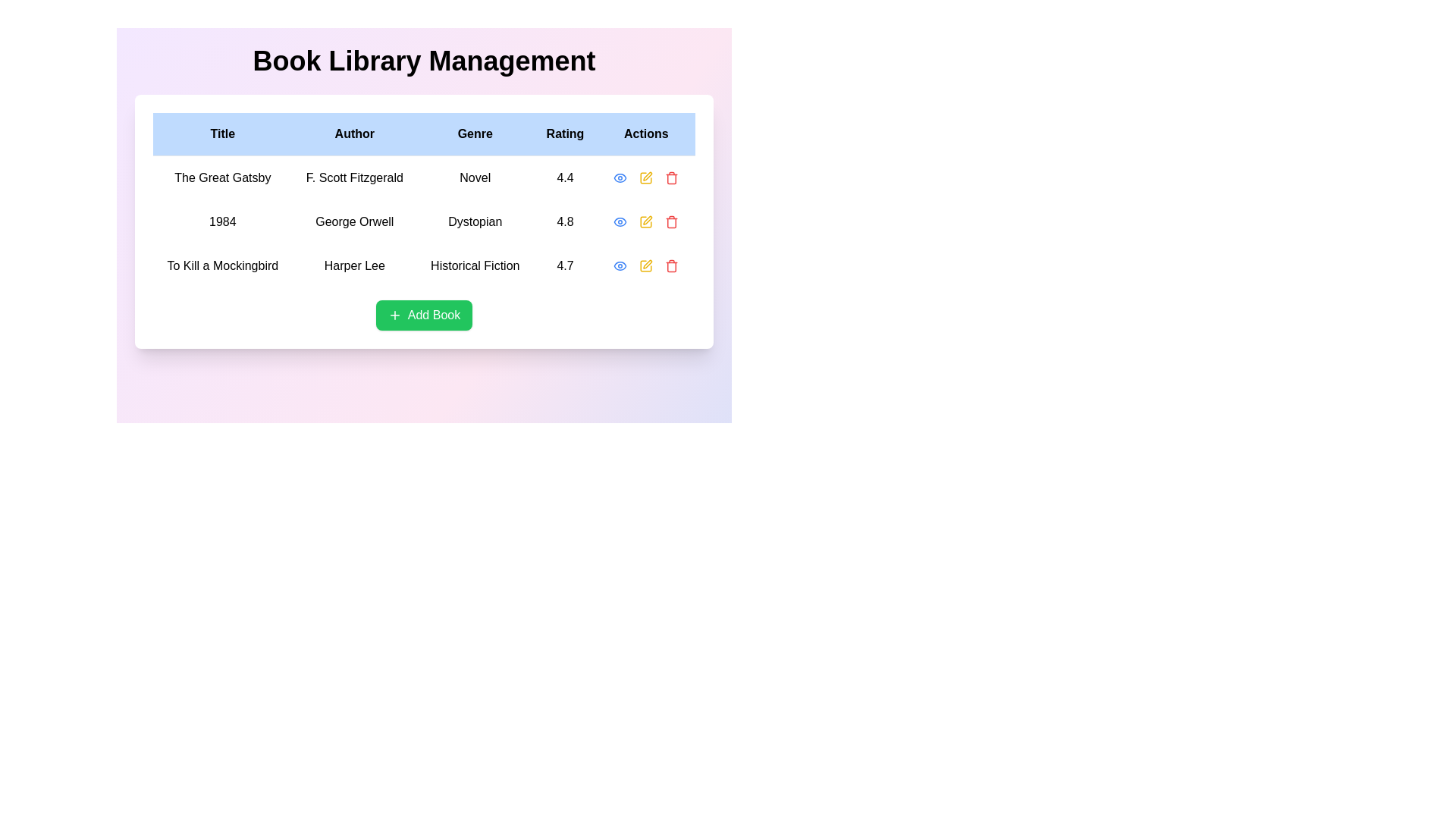 This screenshot has height=819, width=1456. I want to click on the 'Edit' icon represented by a square with a pen symbol located in the third row under the 'Actions' column, so click(646, 265).